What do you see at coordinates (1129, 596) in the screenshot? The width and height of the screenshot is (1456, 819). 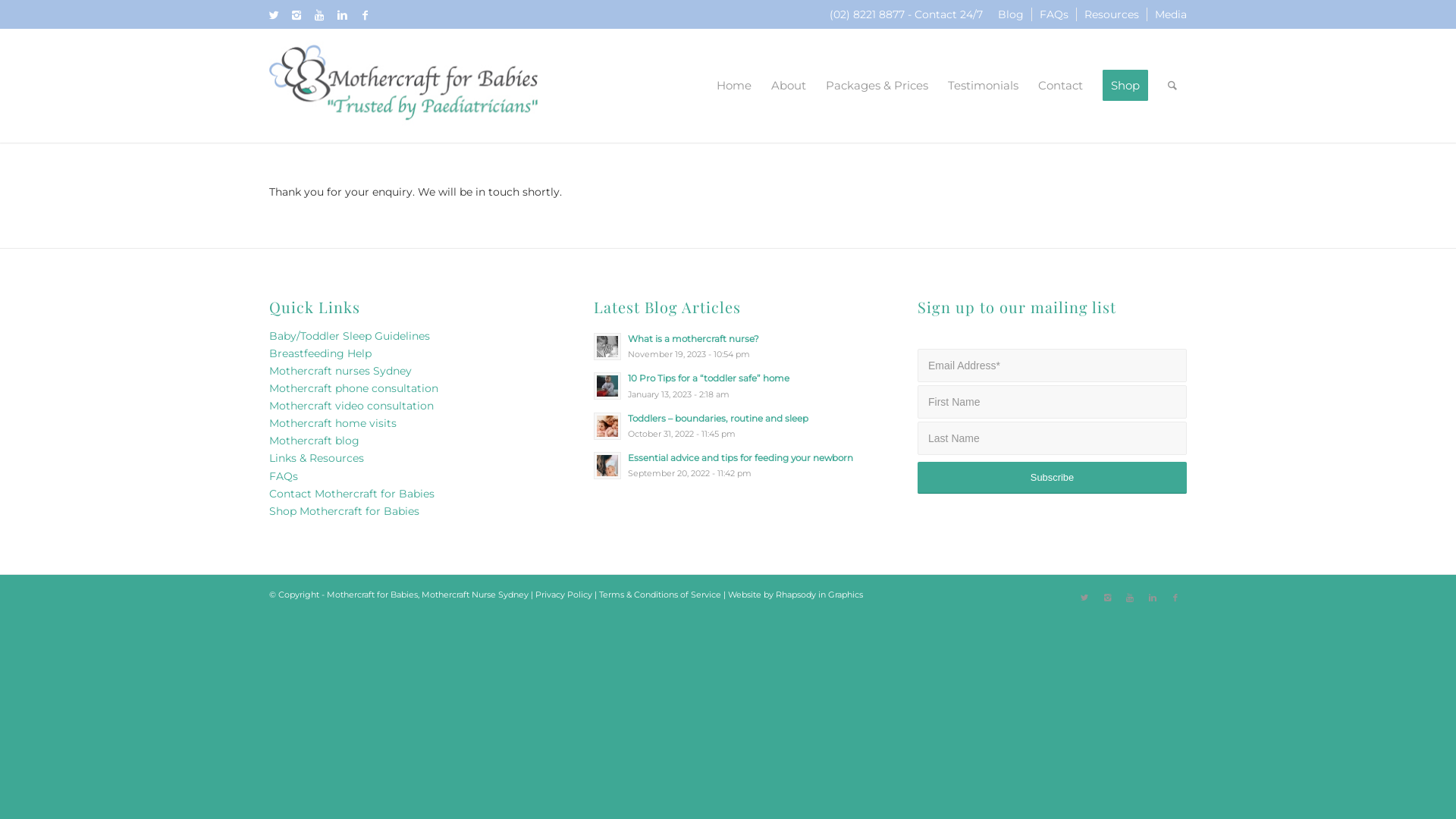 I see `'Youtube'` at bounding box center [1129, 596].